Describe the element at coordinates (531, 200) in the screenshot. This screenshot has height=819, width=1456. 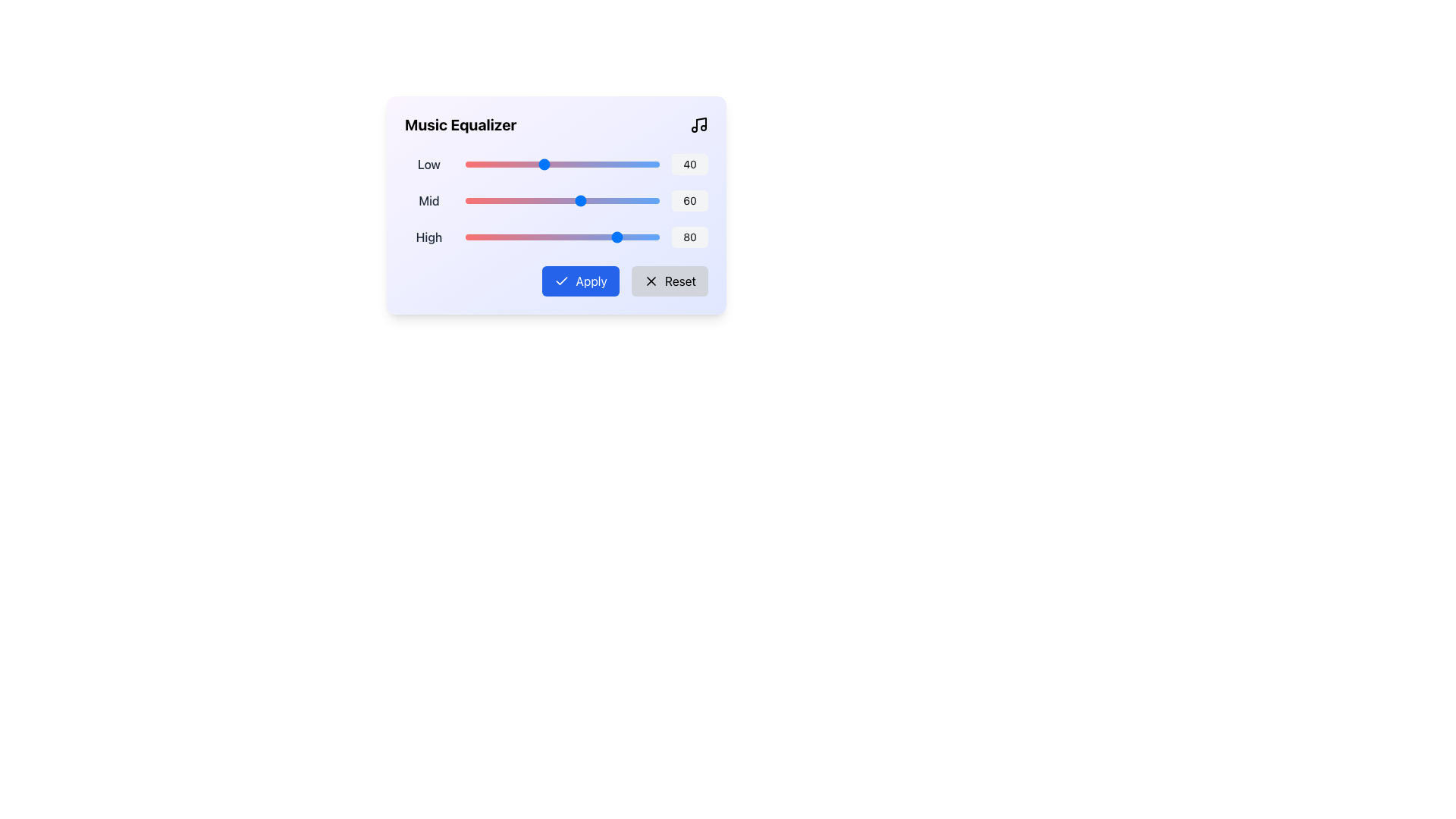
I see `the 'Mid' equalizer slider` at that location.